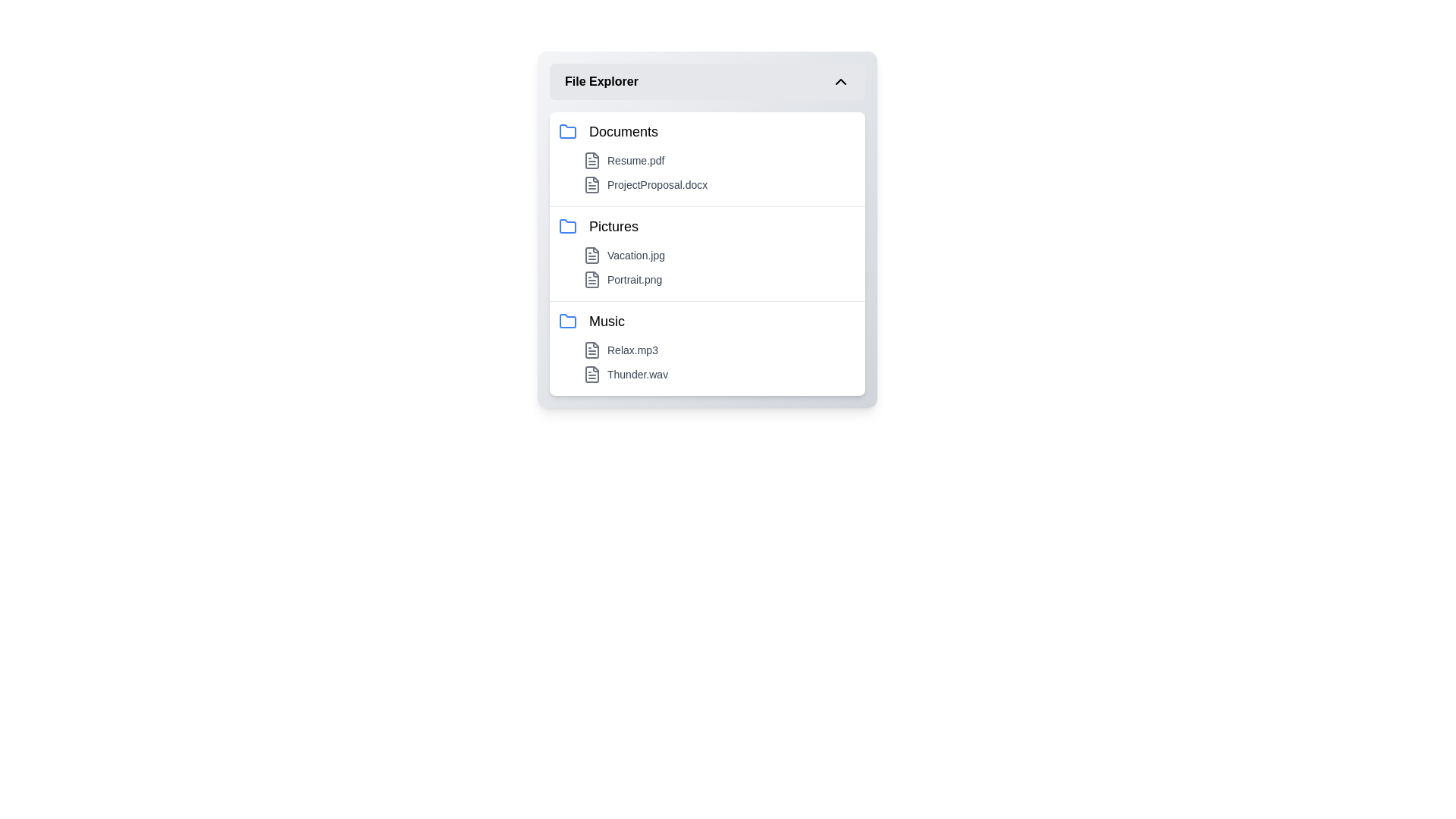  I want to click on the folder named Pictures to select it, so click(706, 227).